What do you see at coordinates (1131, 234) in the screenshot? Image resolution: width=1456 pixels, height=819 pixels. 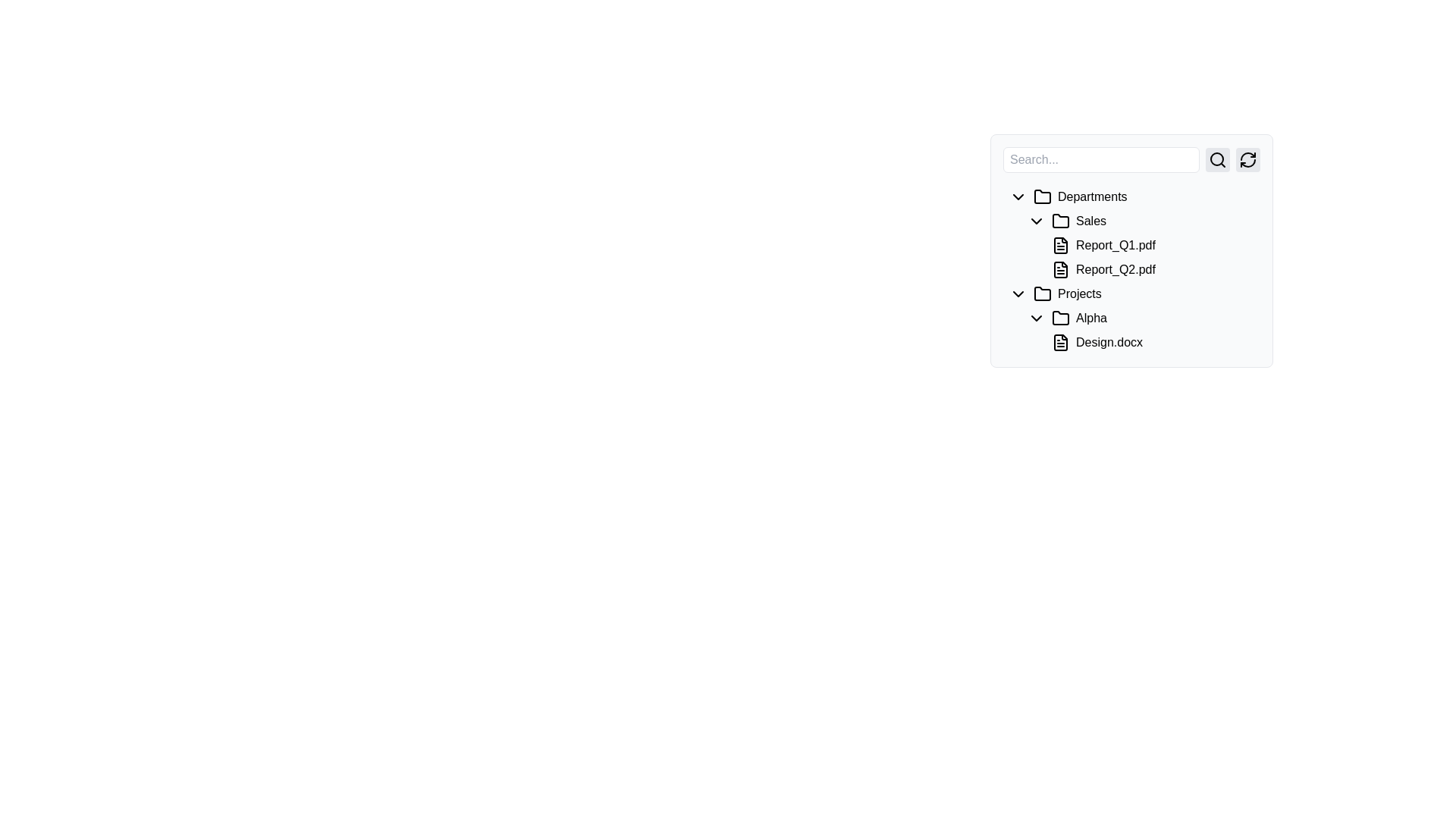 I see `on the list item representing the file 'Report_Q1.pdf' located under the 'Sales' folder in the hierarchical tree structure` at bounding box center [1131, 234].